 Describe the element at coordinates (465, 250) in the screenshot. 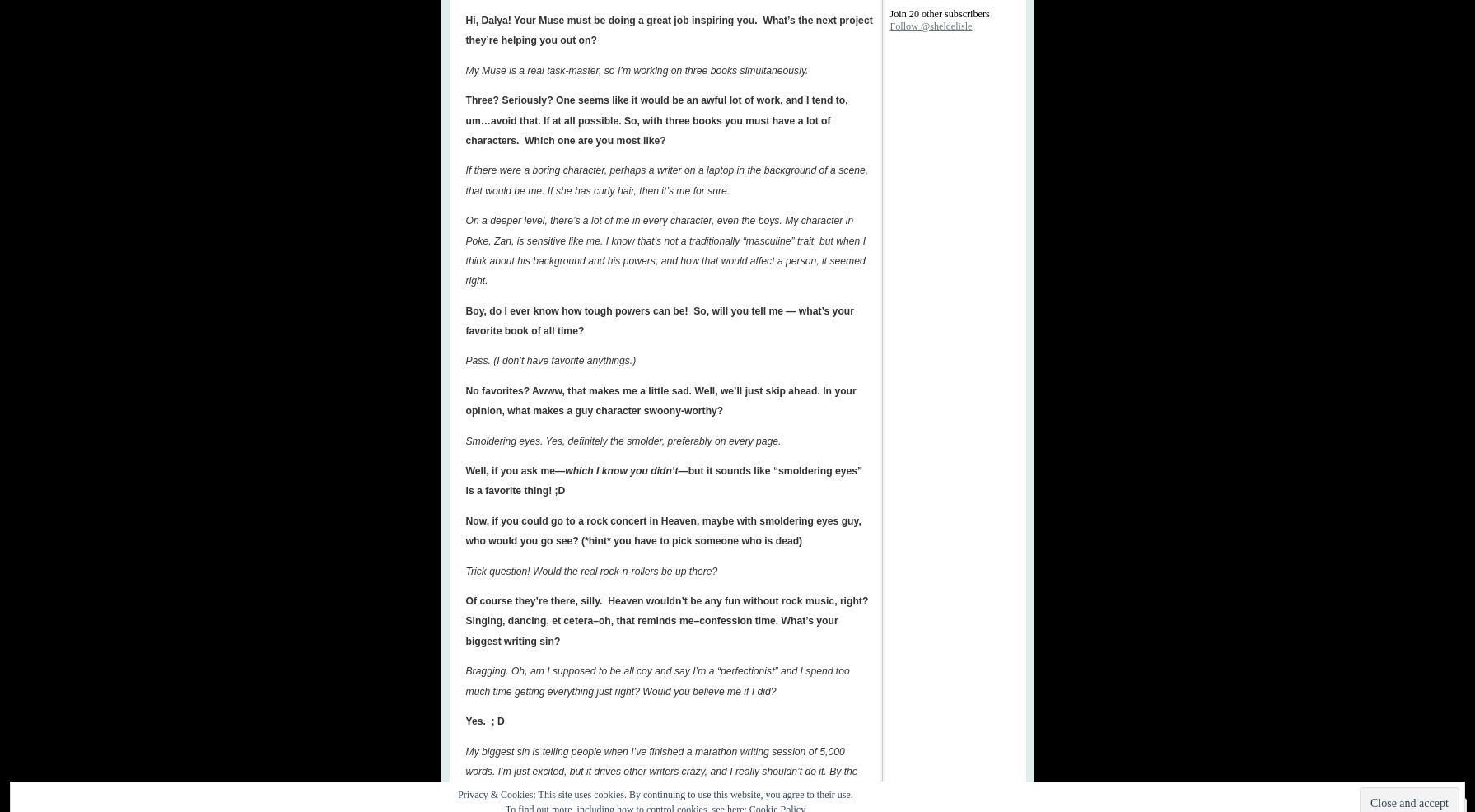

I see `'On a deeper level, there’s a lot of me in every character, even the boys. My character in Poke, Zan, is sensitive like me. I know that’s not a traditionally “masculine” trait, but when I think about his background and his powers, and how that would affect a person, it seemed right'` at that location.